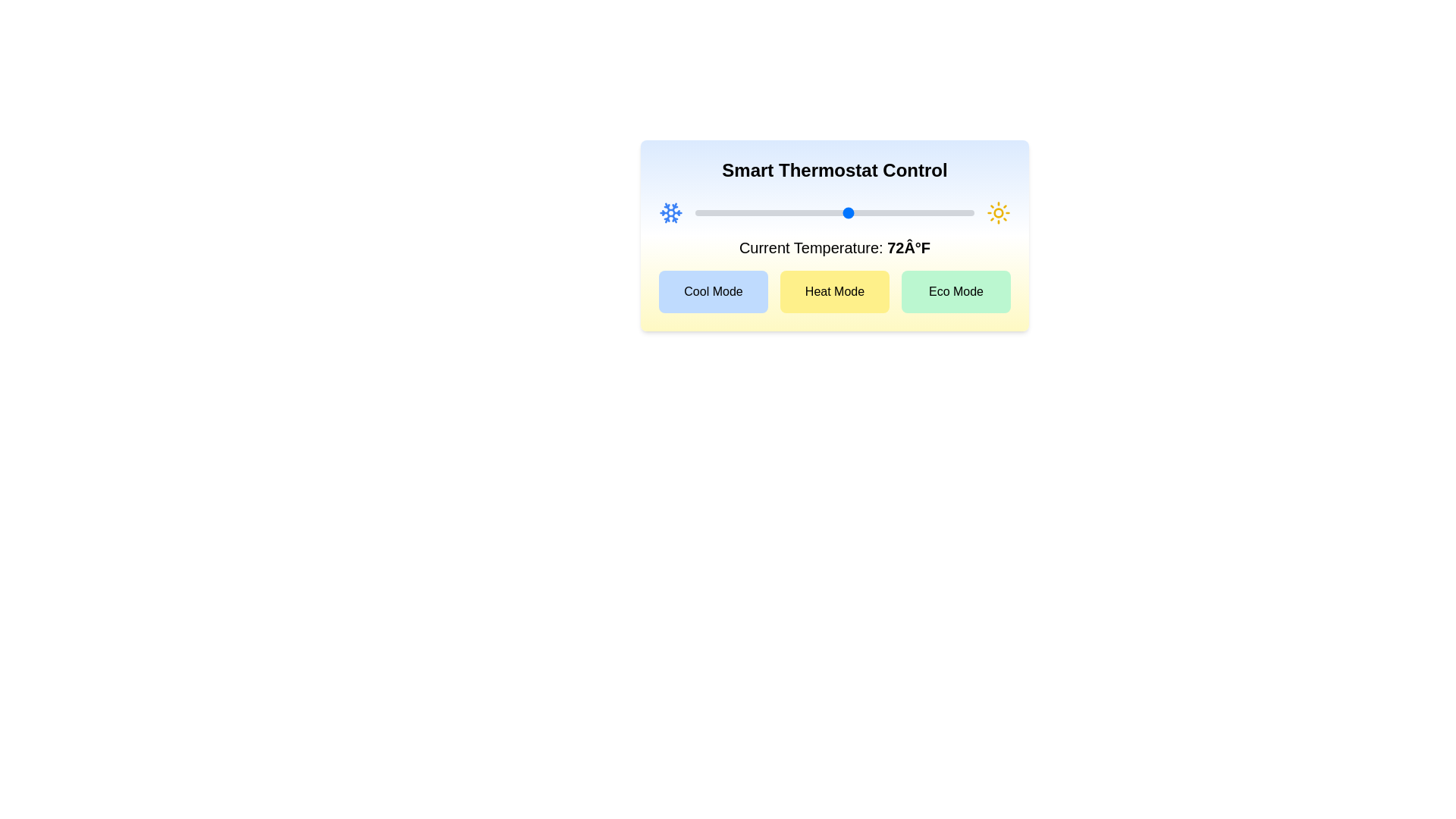  Describe the element at coordinates (897, 213) in the screenshot. I see `the temperature slider to set the temperature to 79°F` at that location.